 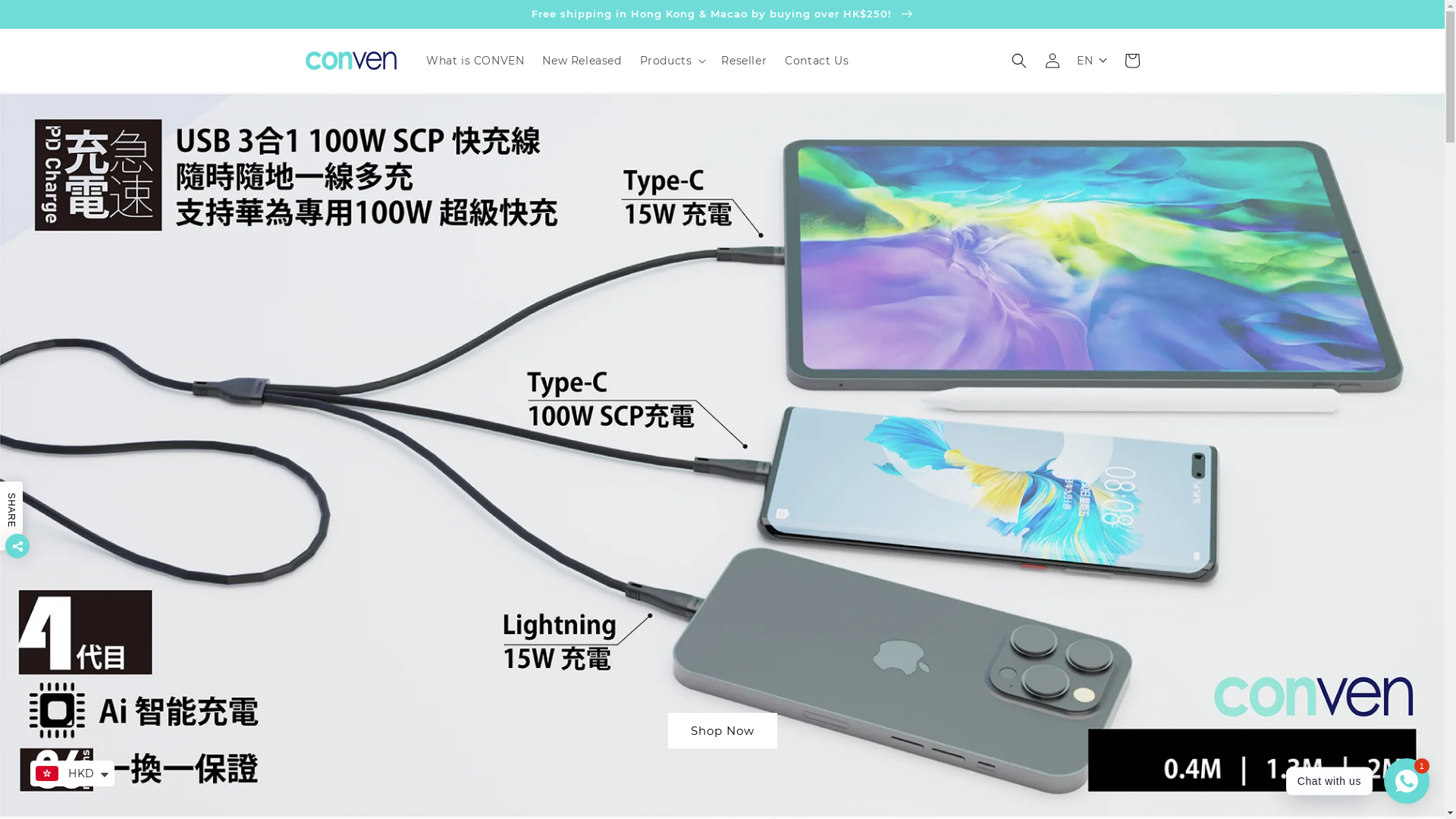 I want to click on 'Cart', so click(x=1131, y=60).